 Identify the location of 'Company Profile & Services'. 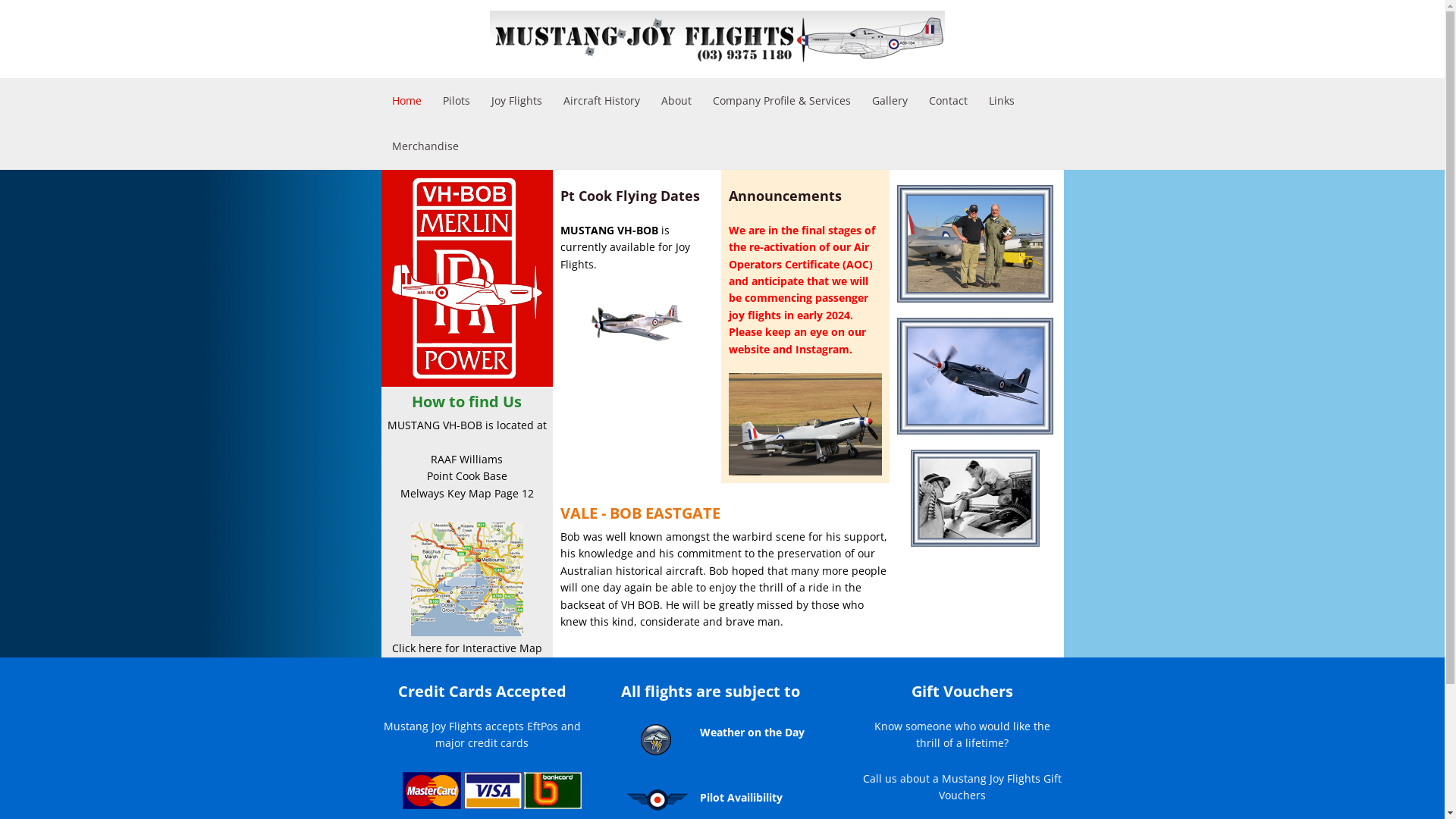
(782, 100).